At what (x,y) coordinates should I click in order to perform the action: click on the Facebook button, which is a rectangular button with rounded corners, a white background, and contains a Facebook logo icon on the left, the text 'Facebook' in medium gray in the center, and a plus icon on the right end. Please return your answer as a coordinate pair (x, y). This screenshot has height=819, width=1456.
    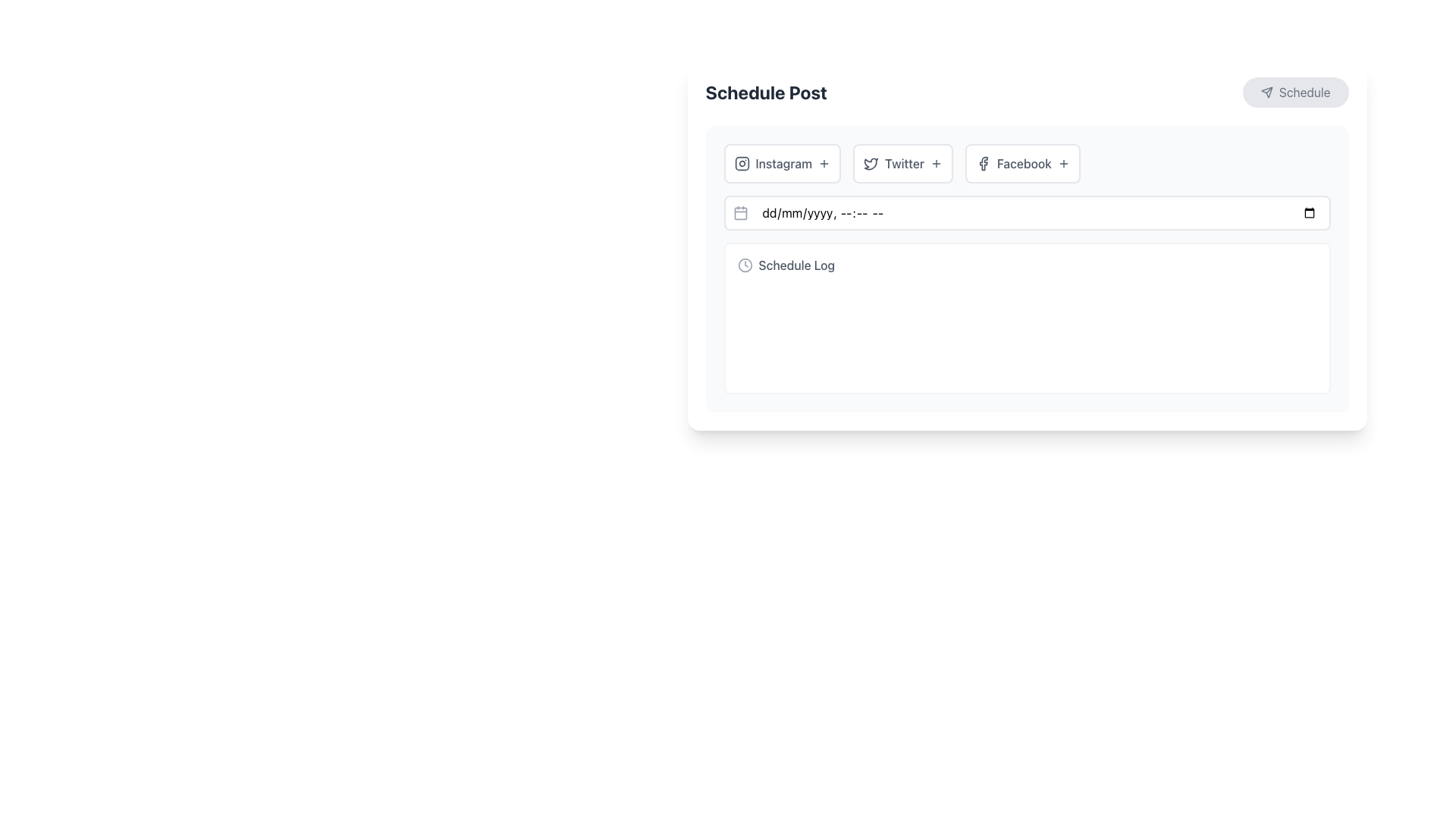
    Looking at the image, I should click on (1022, 164).